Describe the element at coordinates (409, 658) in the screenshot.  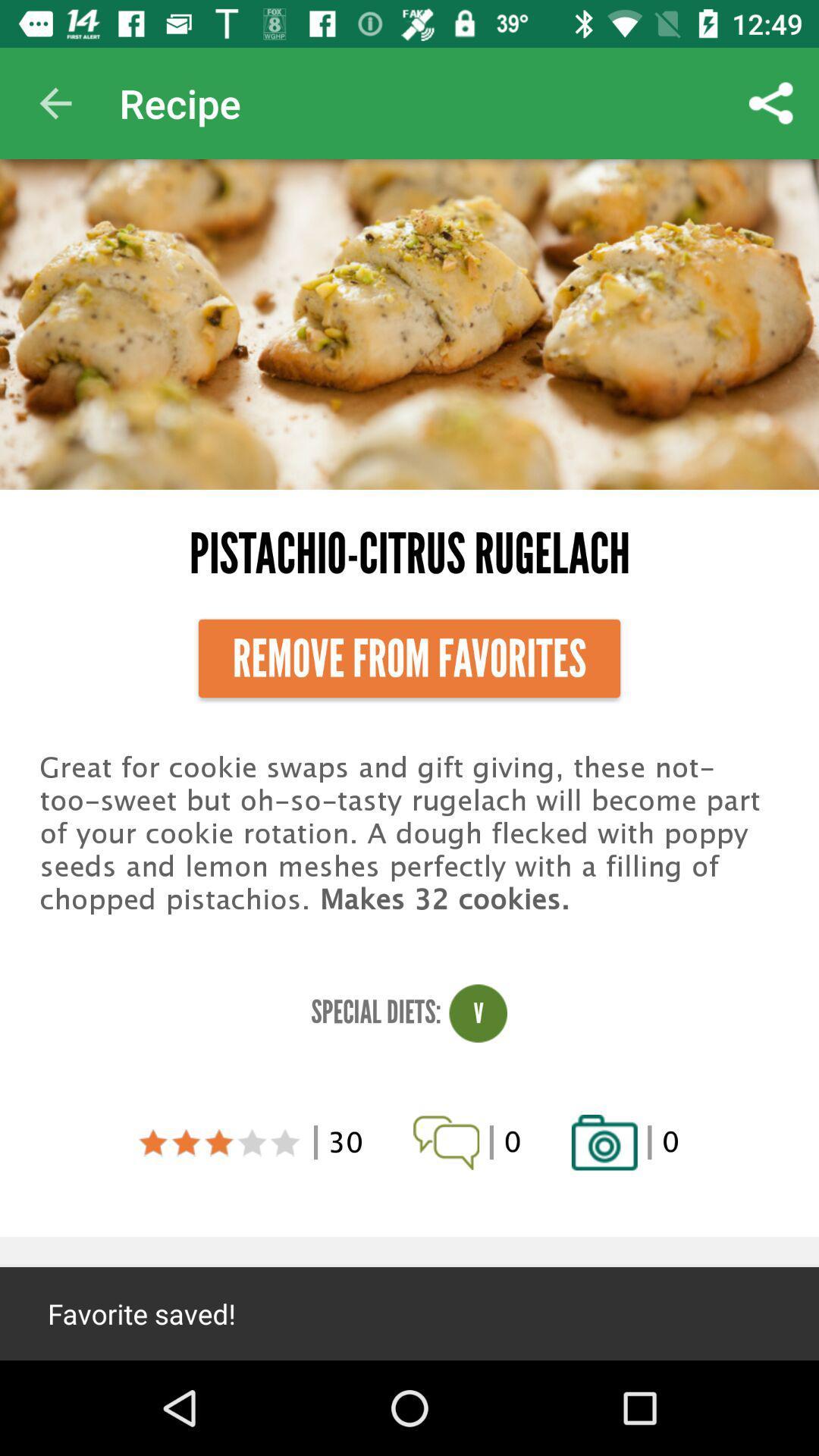
I see `item above great for cookie` at that location.